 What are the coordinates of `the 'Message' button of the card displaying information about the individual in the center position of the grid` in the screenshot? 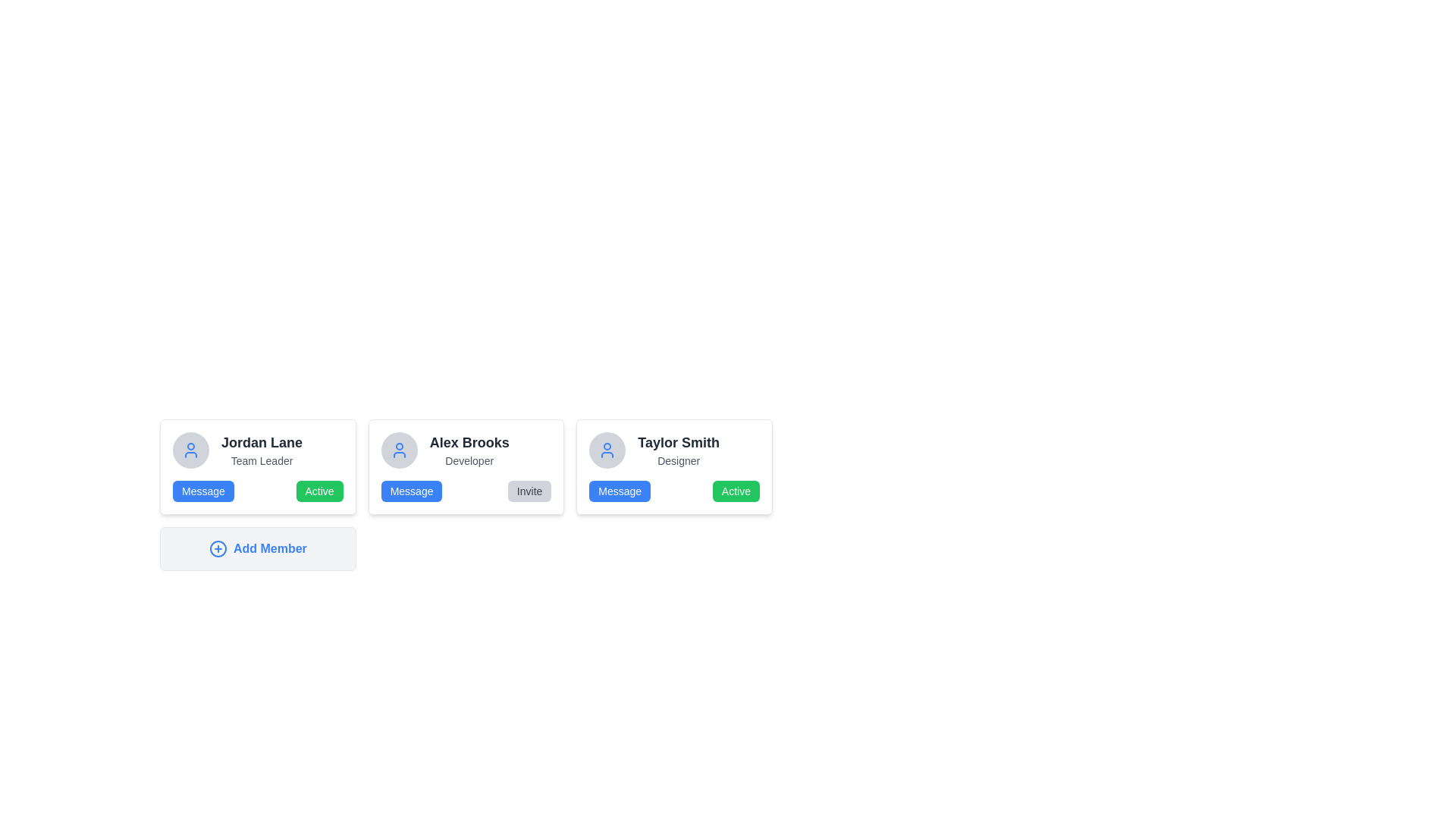 It's located at (465, 466).